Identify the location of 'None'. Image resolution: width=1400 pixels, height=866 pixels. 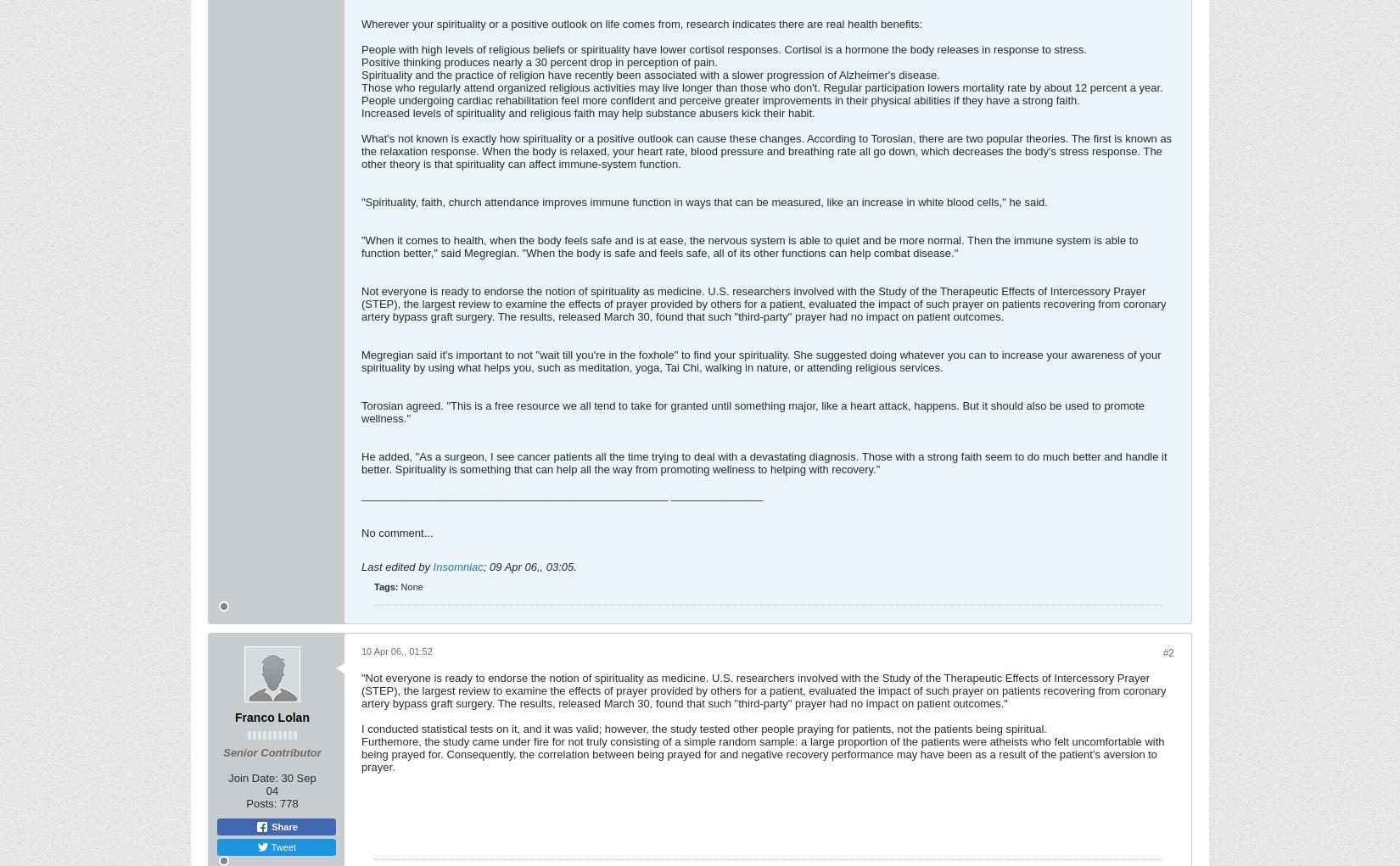
(410, 586).